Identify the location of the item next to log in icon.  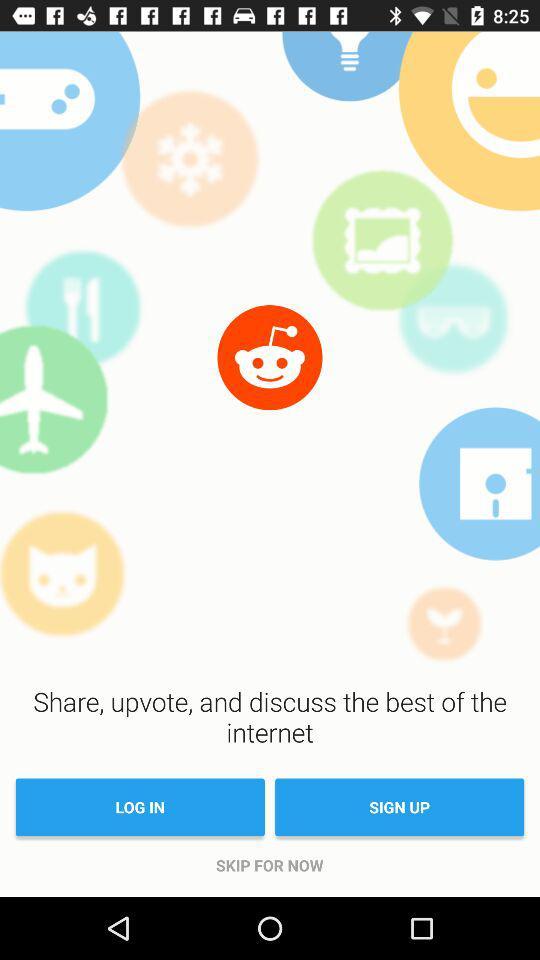
(399, 807).